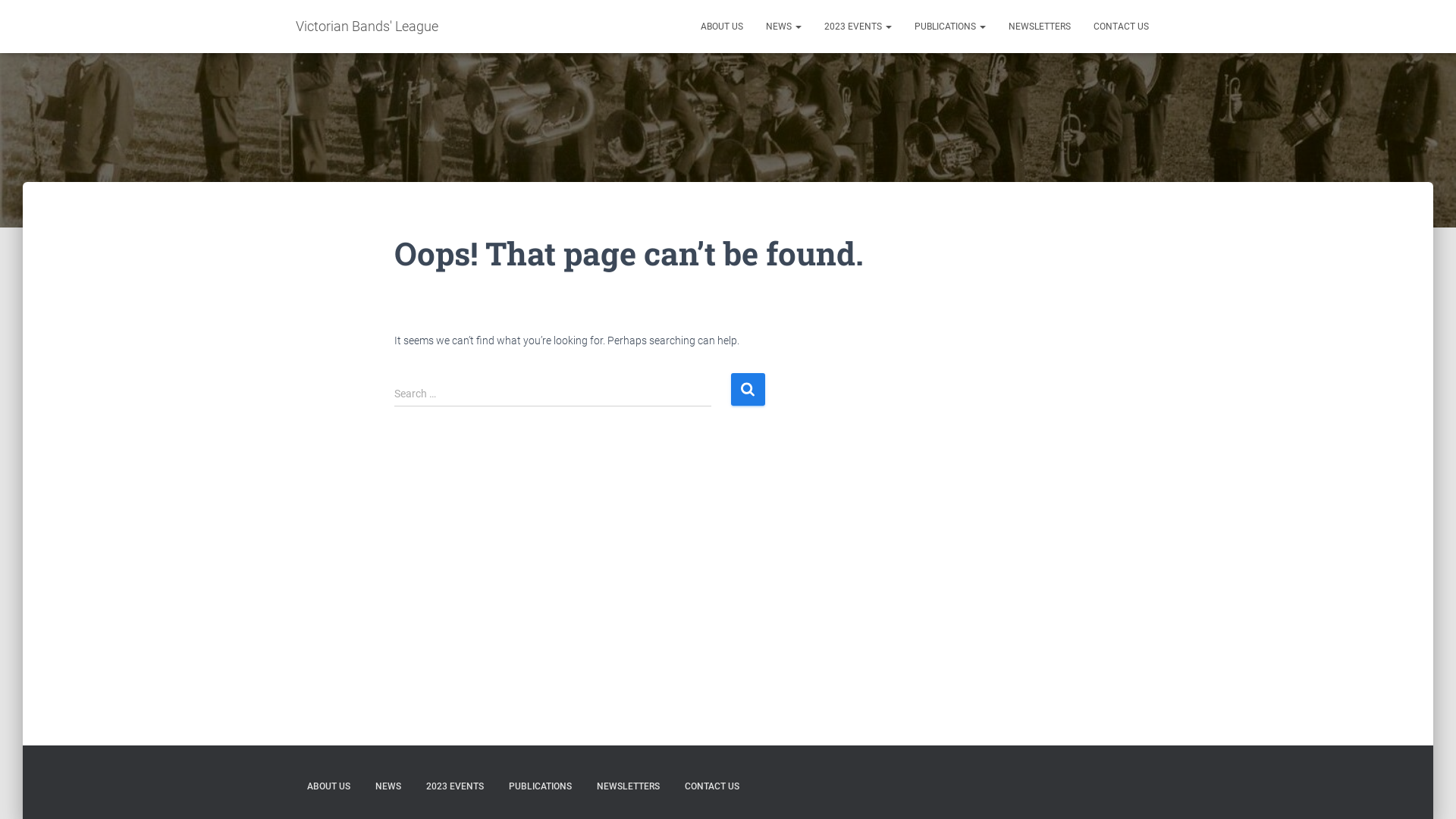 Image resolution: width=1456 pixels, height=819 pixels. Describe the element at coordinates (711, 786) in the screenshot. I see `'CONTACT US'` at that location.